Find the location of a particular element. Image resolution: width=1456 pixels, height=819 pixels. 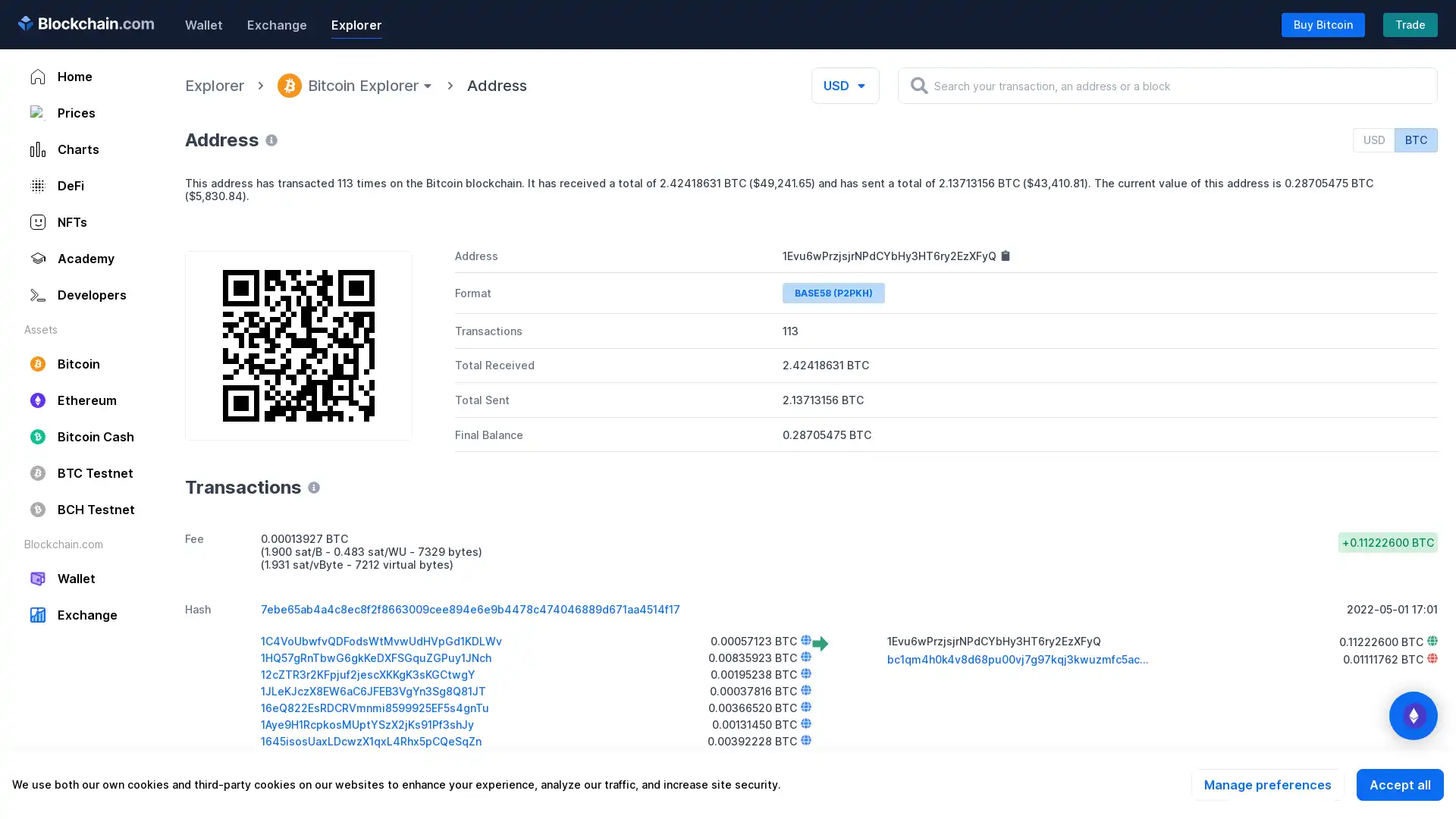

Buy Bitcoin is located at coordinates (1323, 24).